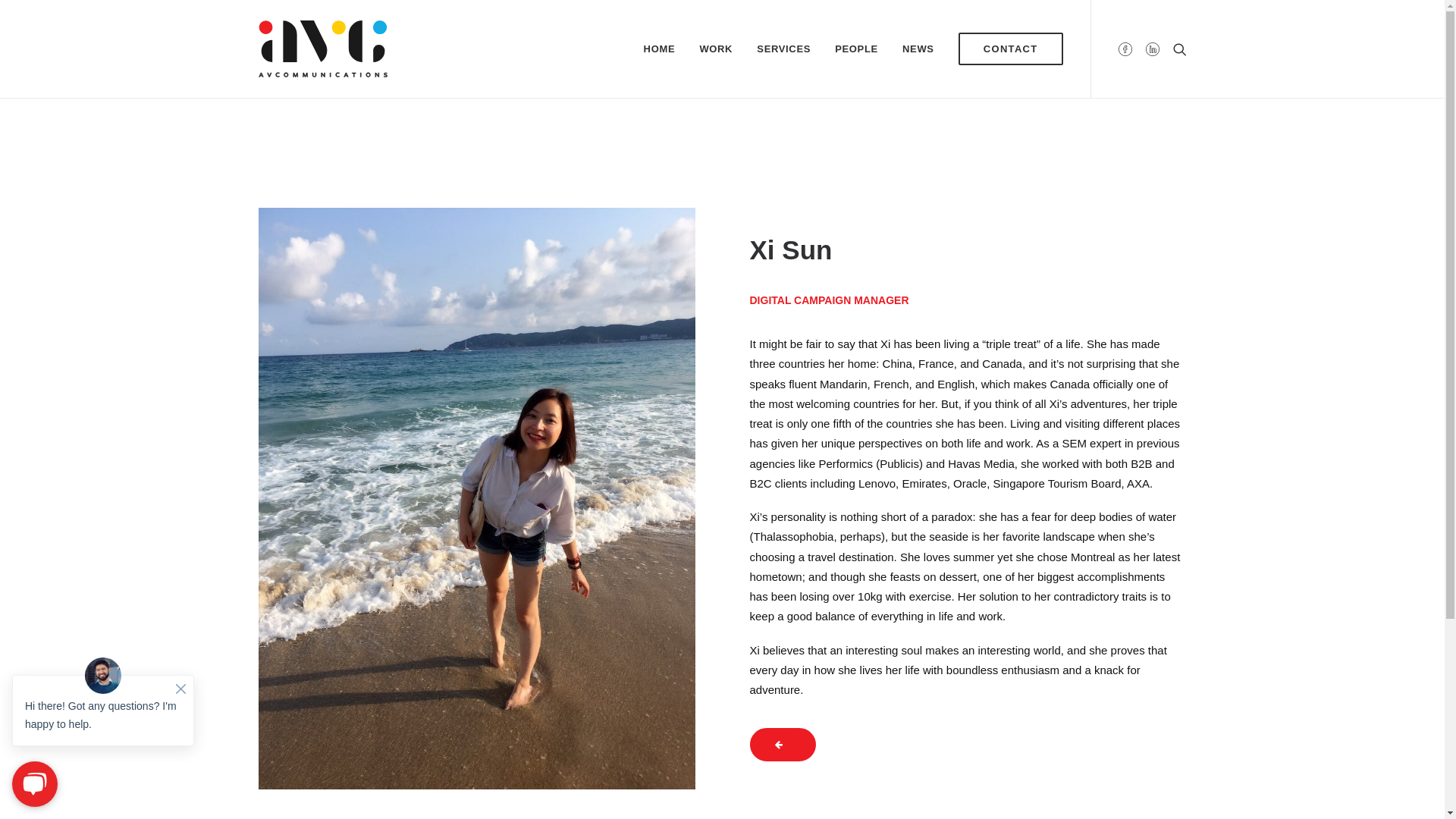 The height and width of the screenshot is (819, 1456). I want to click on 'HOME', so click(659, 48).